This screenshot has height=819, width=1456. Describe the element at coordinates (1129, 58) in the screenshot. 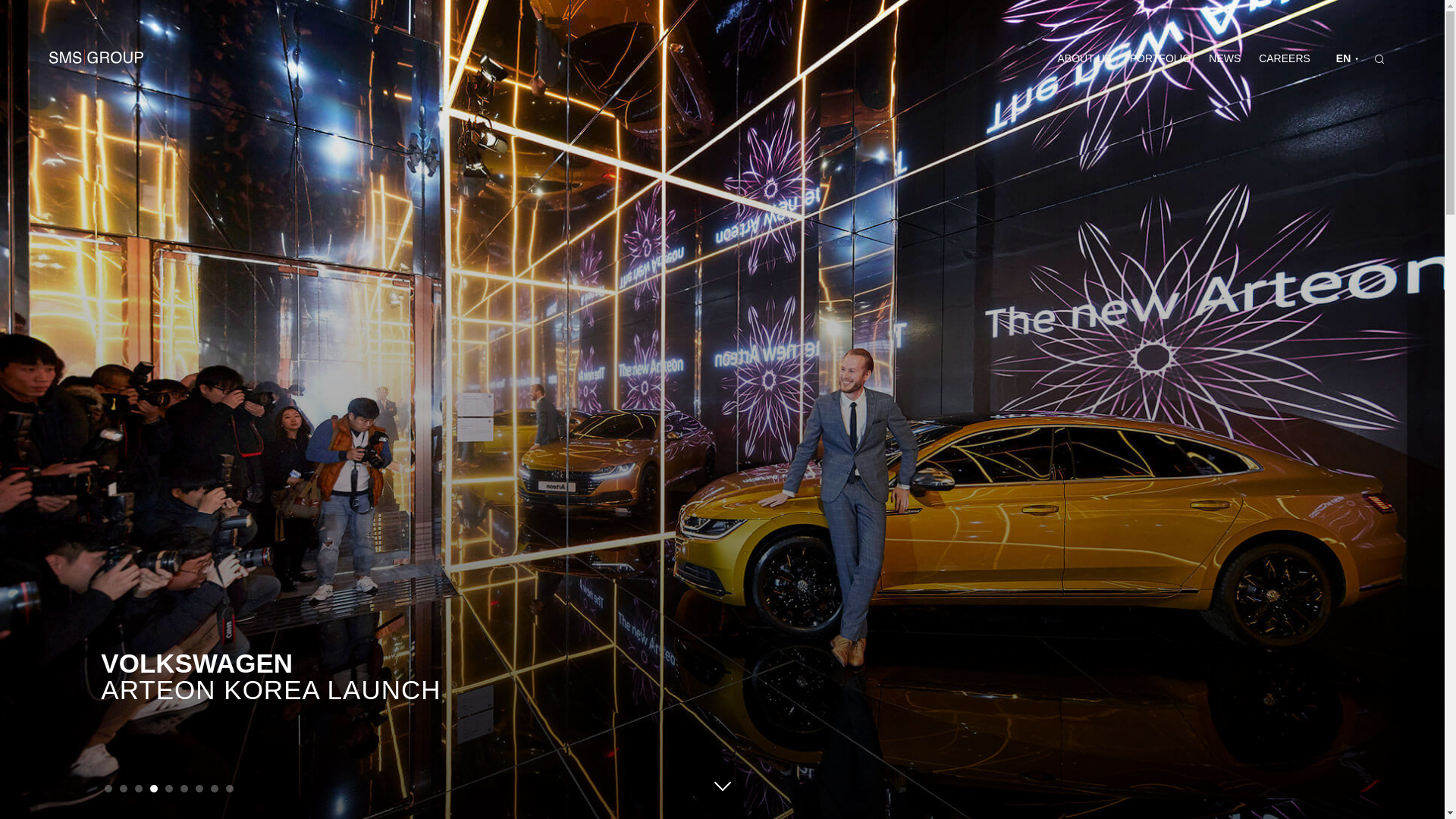

I see `'PORTFOLIO'` at that location.